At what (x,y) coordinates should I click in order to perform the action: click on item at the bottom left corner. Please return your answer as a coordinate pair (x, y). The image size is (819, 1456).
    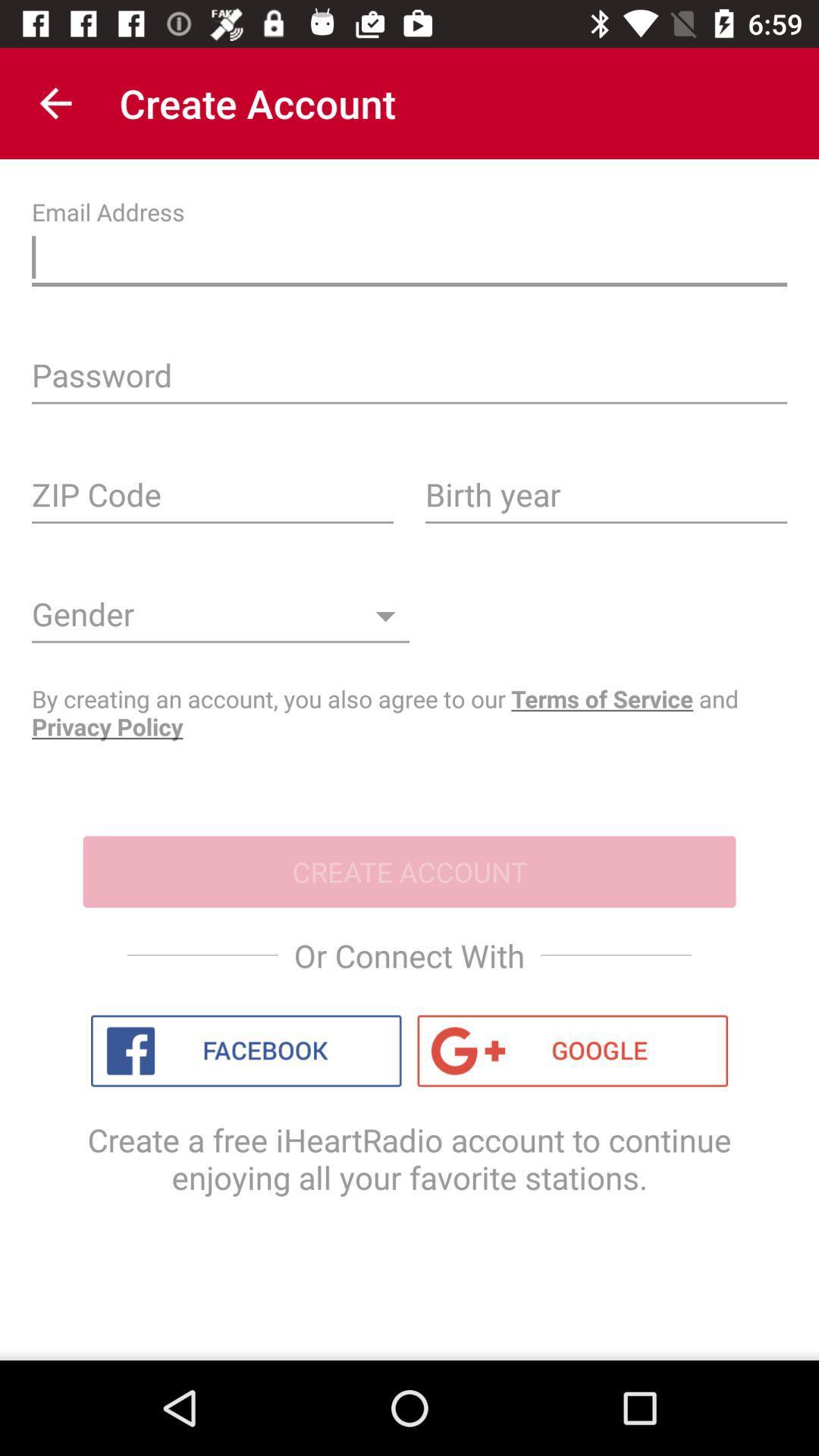
    Looking at the image, I should click on (245, 1050).